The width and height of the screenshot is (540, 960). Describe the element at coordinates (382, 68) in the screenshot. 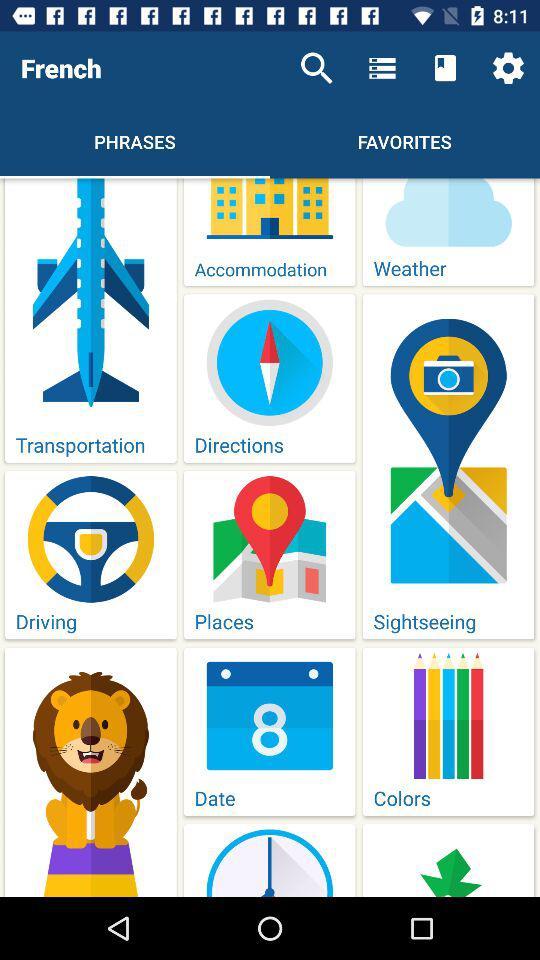

I see `the item above the favorites item` at that location.